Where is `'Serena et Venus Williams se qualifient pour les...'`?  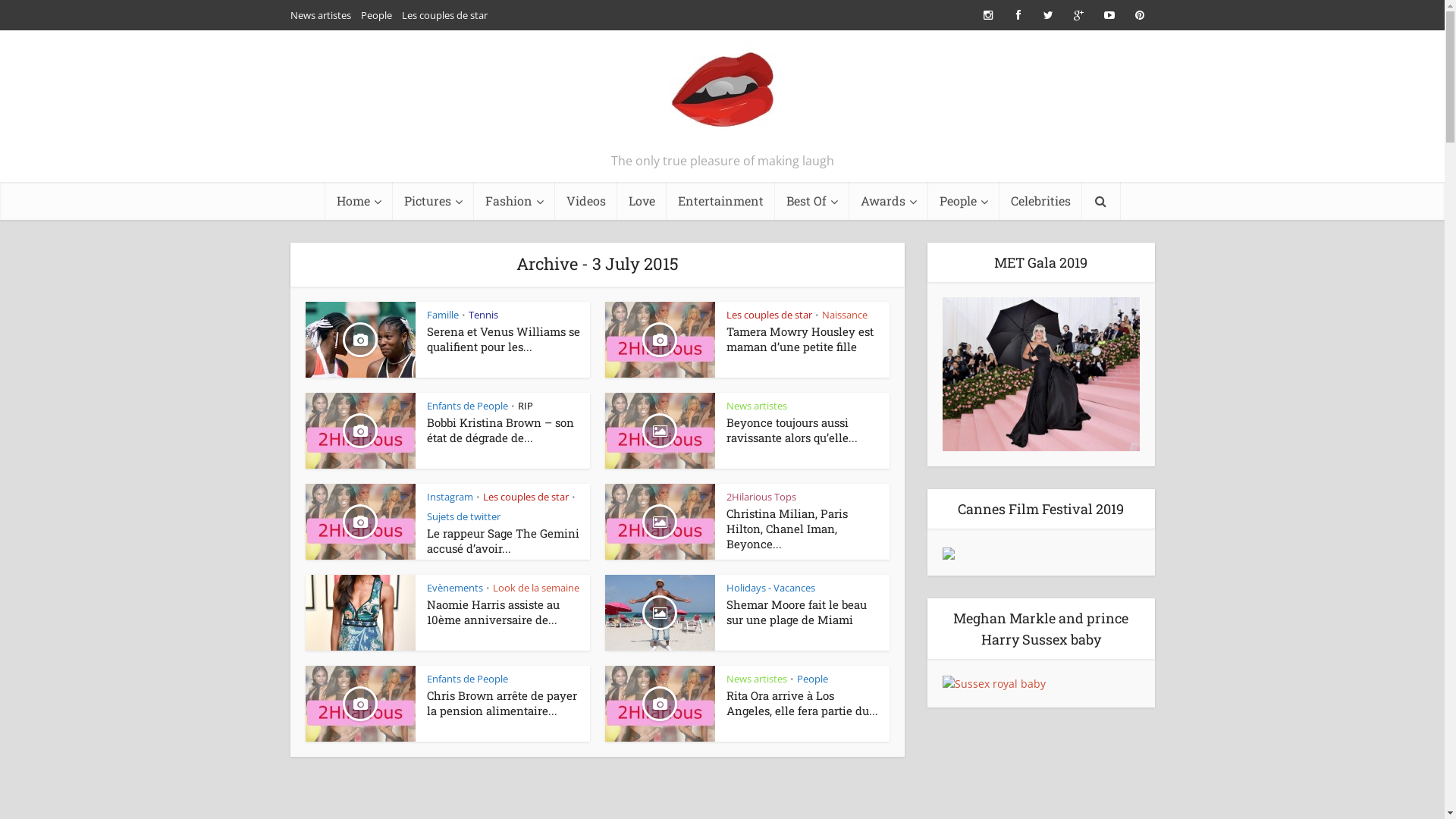
'Serena et Venus Williams se qualifient pour les...' is located at coordinates (502, 338).